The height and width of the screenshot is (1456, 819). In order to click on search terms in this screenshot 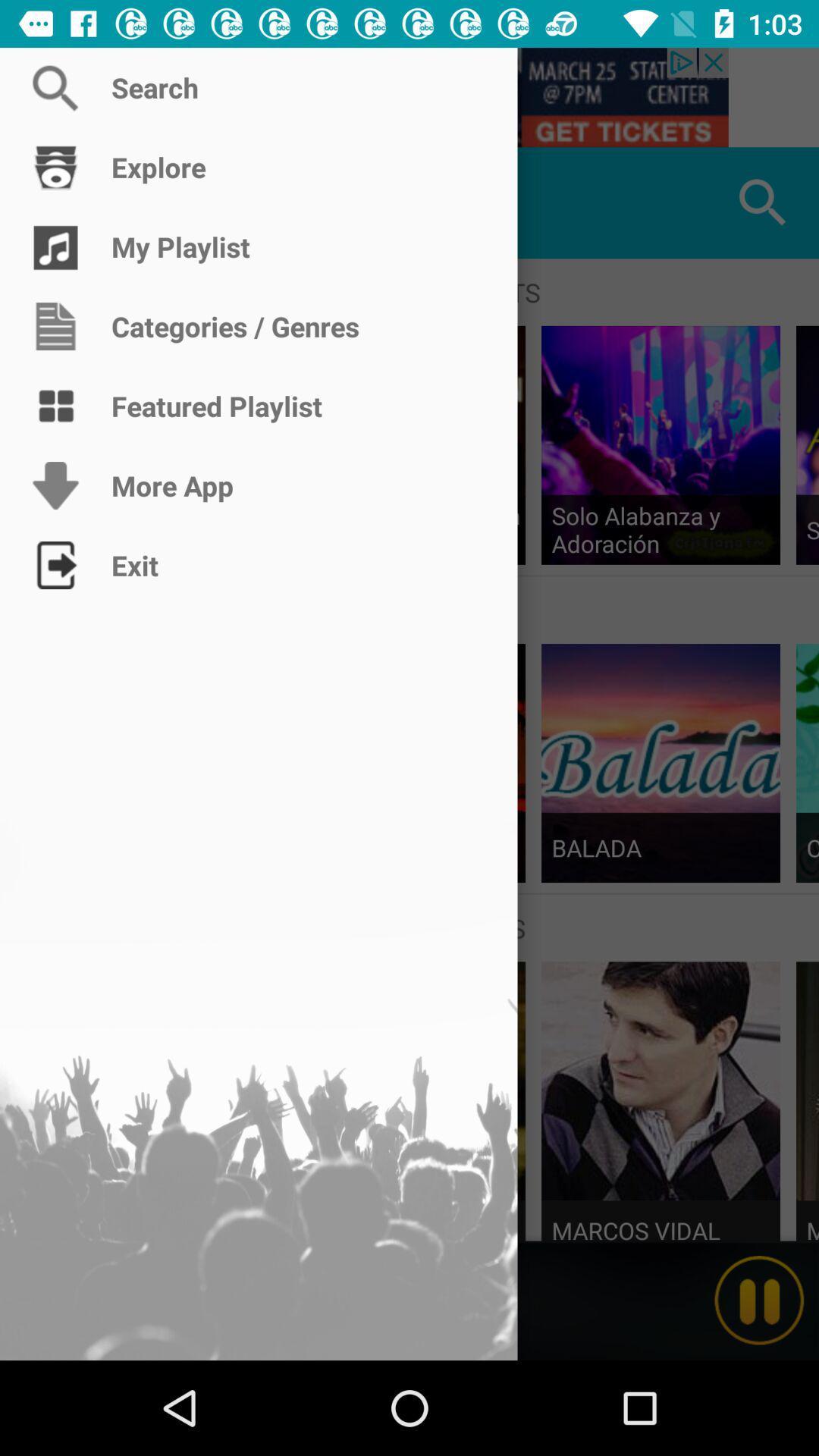, I will do `click(409, 96)`.